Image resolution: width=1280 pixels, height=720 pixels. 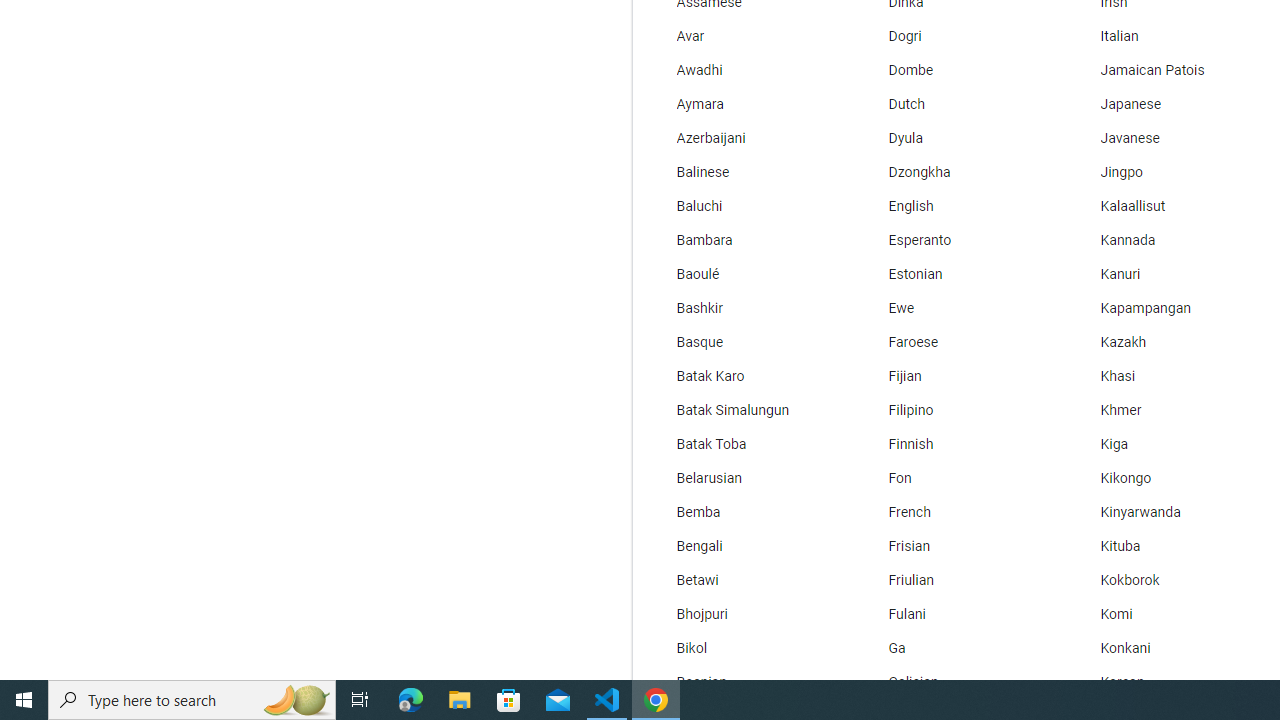 I want to click on 'Estonian', so click(x=956, y=275).